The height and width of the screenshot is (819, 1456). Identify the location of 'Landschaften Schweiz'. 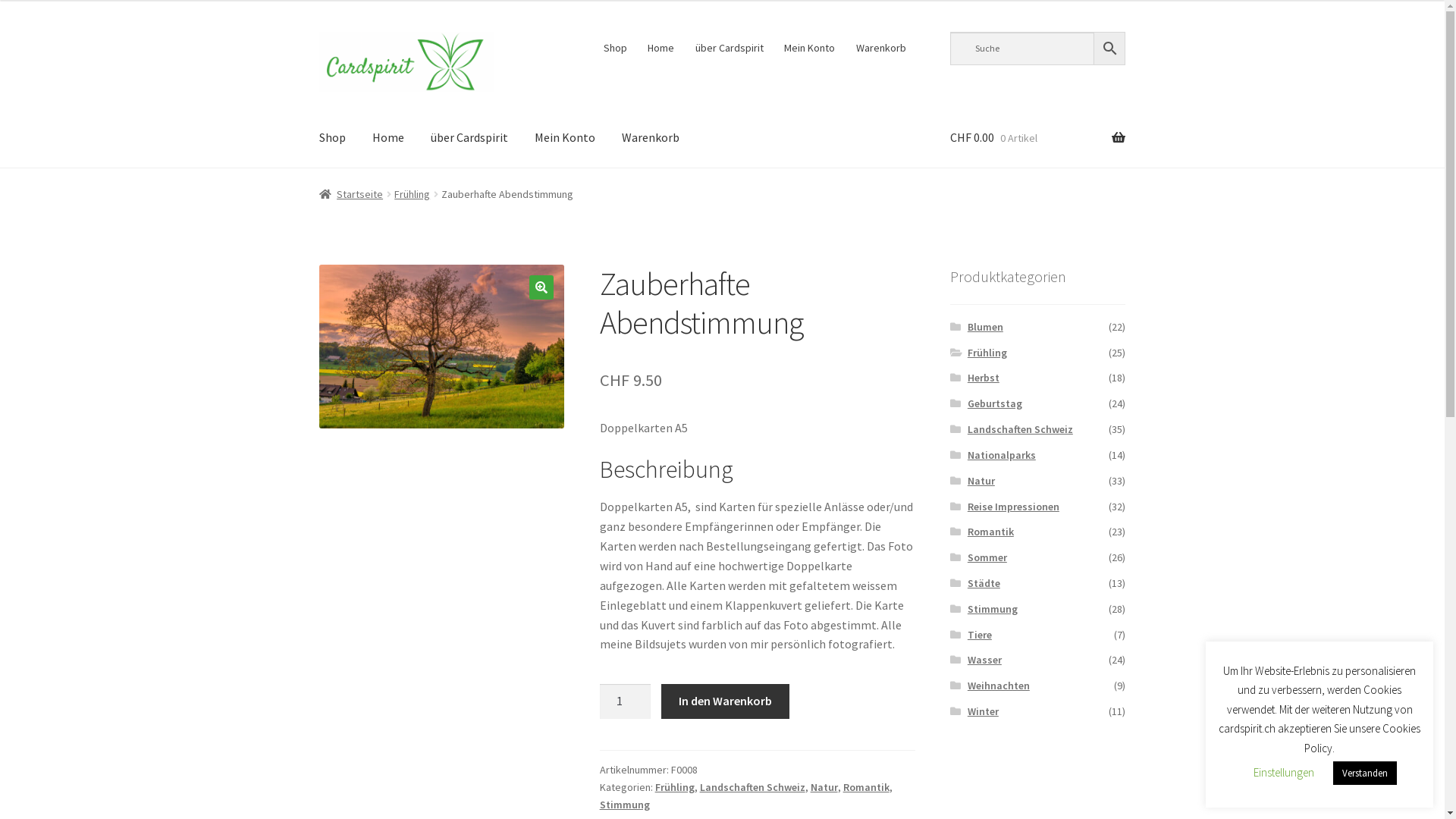
(752, 786).